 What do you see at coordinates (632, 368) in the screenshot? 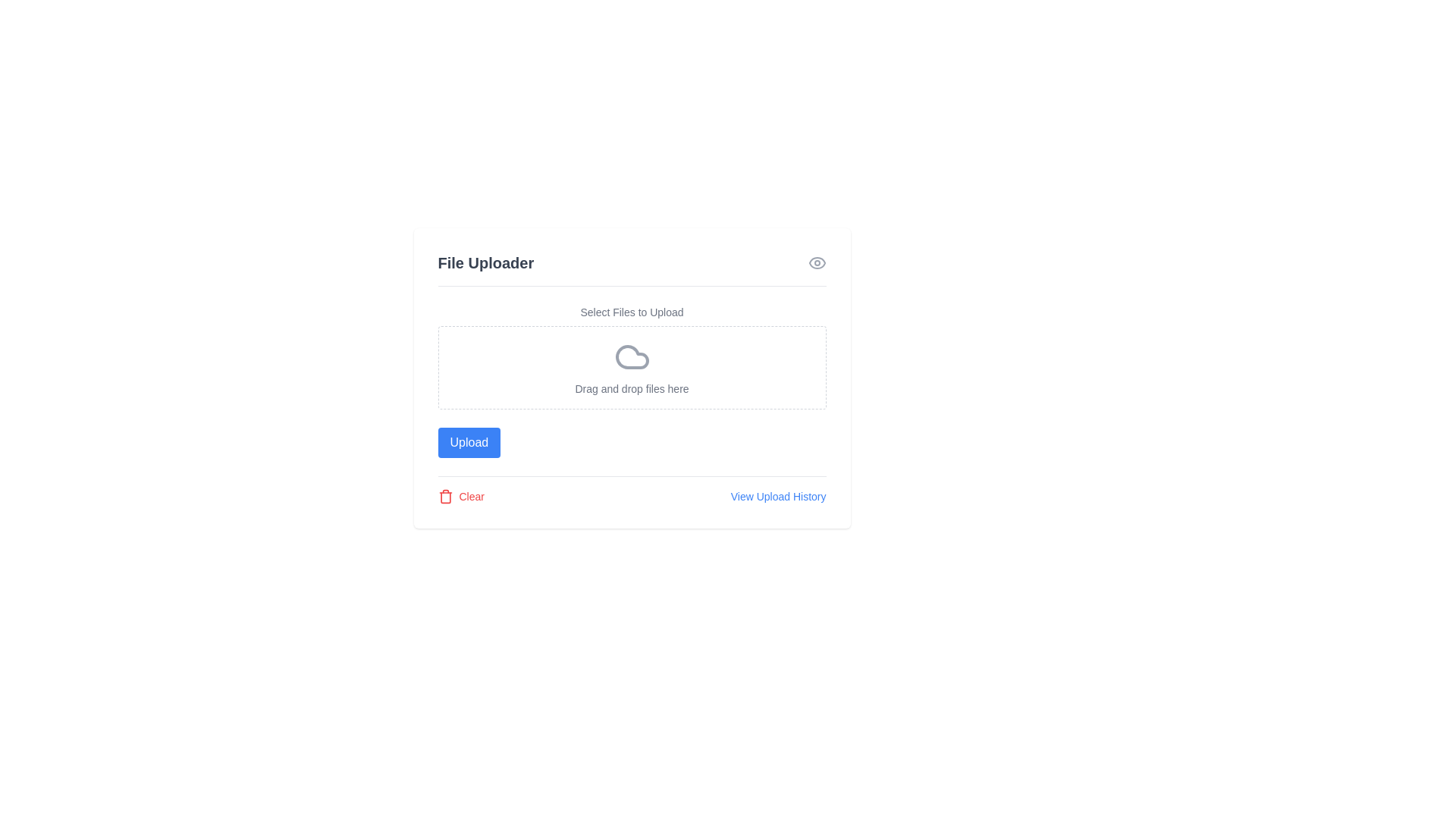
I see `the Drag-and-drop area with a dashed border and rounded corners, labeled 'Drag and drop files here'` at bounding box center [632, 368].